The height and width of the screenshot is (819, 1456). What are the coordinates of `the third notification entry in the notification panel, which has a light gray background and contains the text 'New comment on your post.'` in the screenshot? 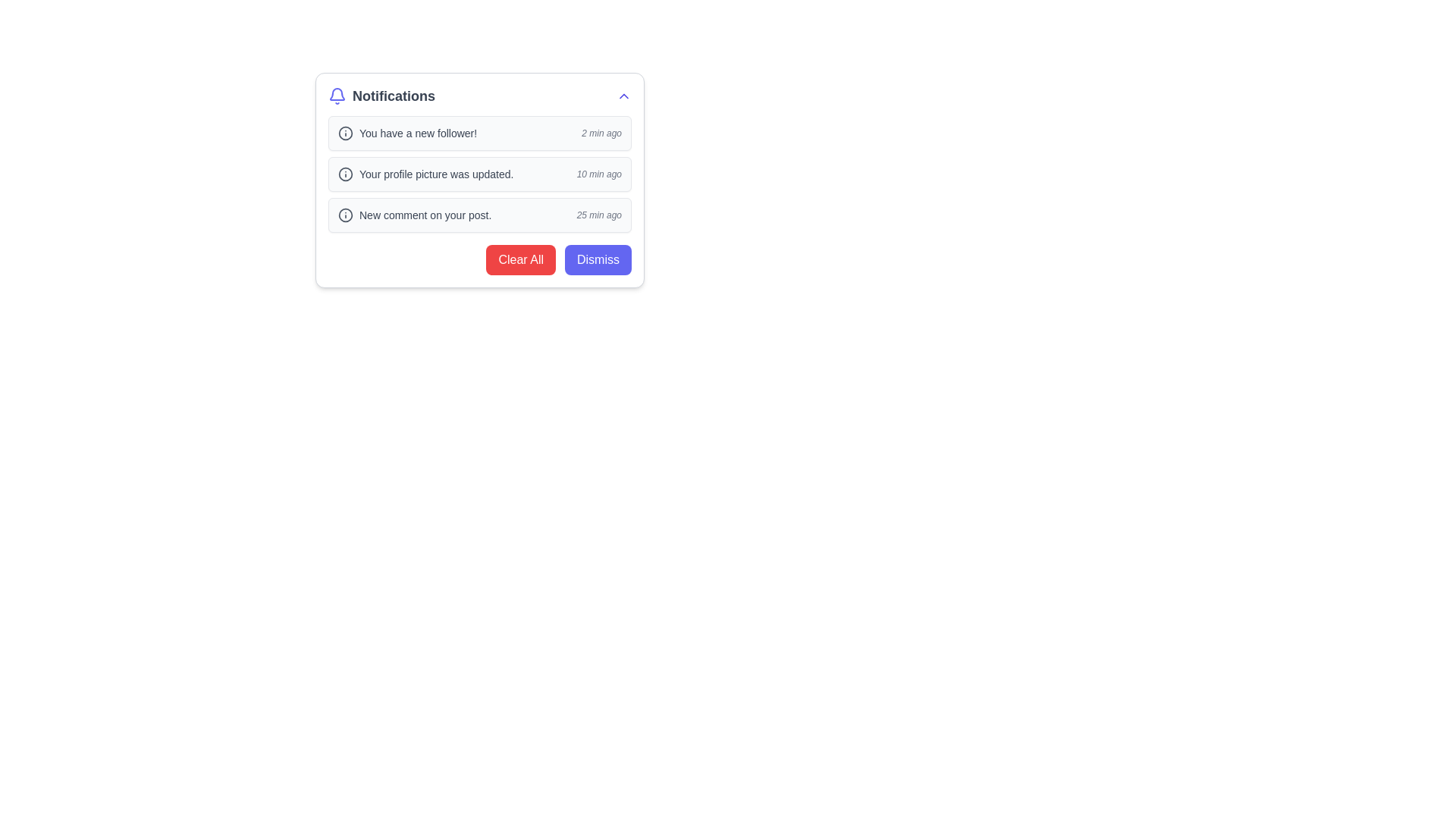 It's located at (479, 215).